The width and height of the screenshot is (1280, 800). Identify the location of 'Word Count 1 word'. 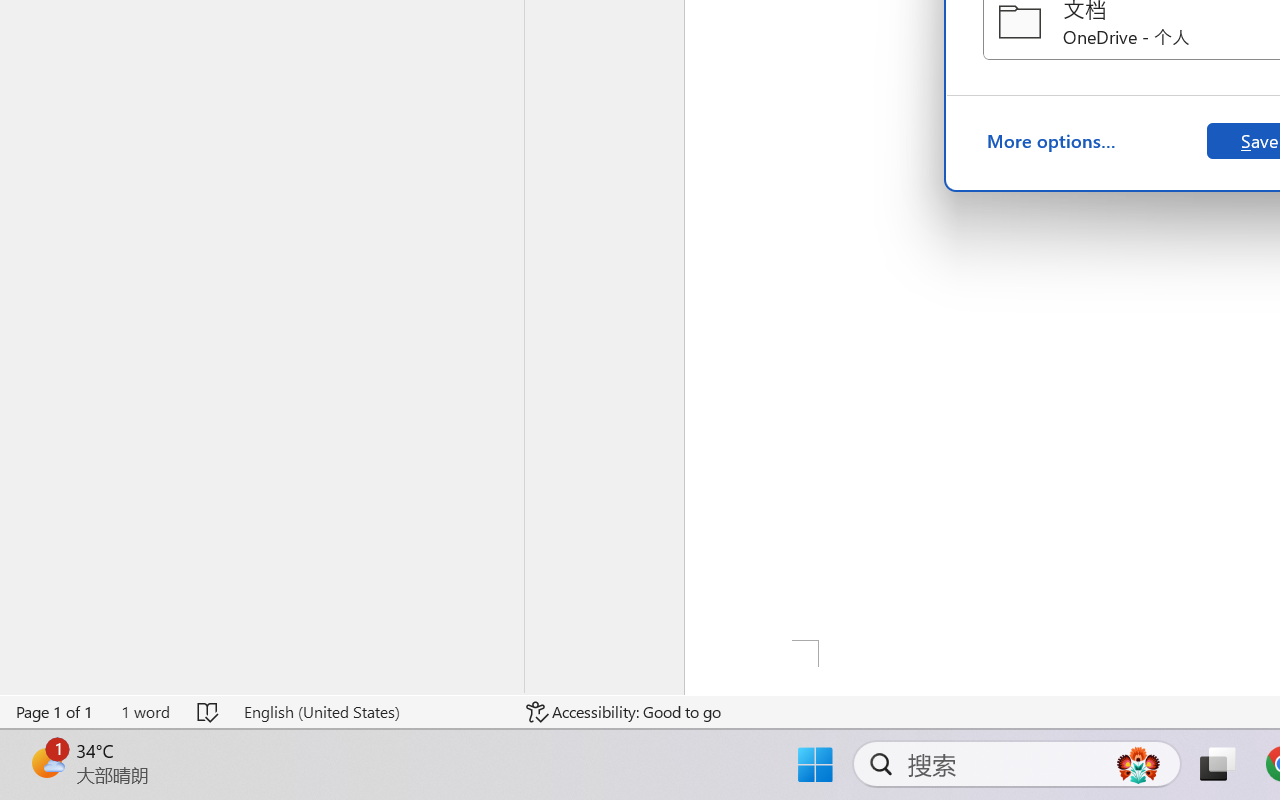
(144, 711).